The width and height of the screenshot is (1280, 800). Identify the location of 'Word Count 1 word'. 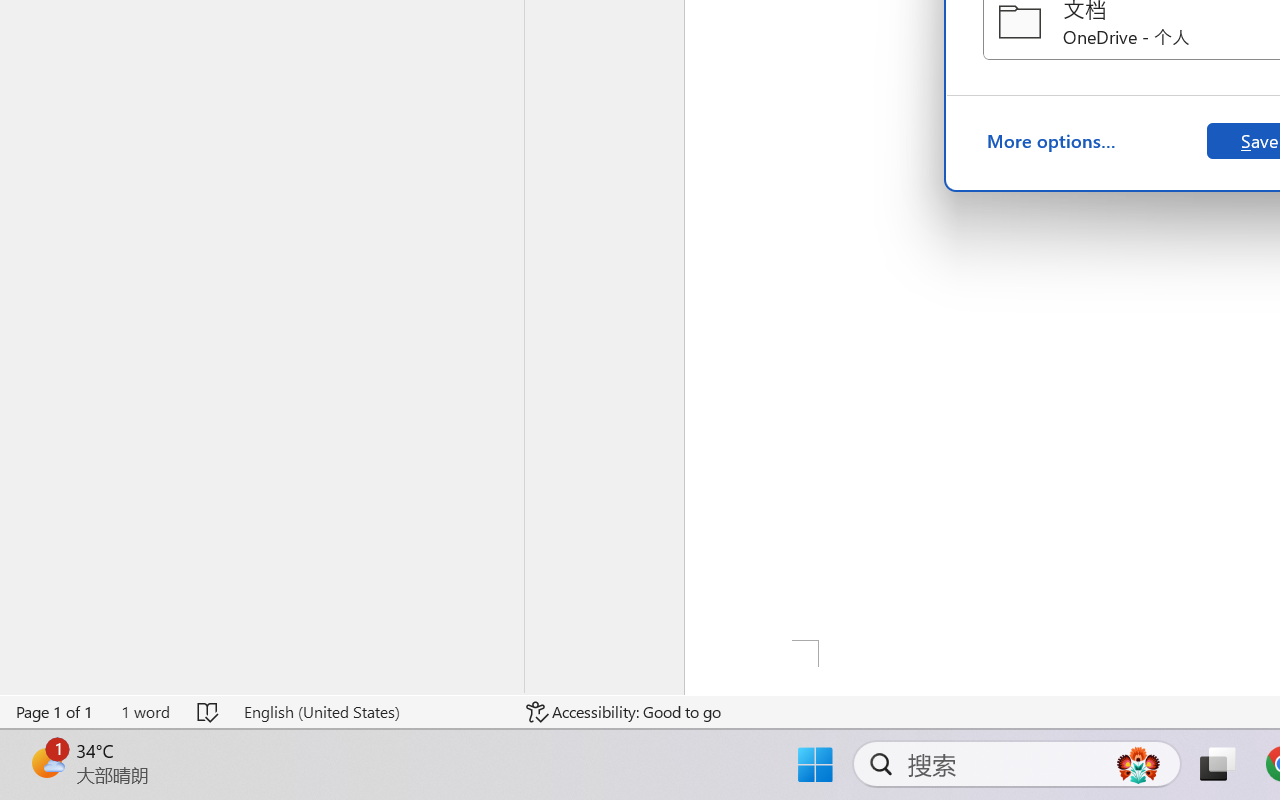
(144, 711).